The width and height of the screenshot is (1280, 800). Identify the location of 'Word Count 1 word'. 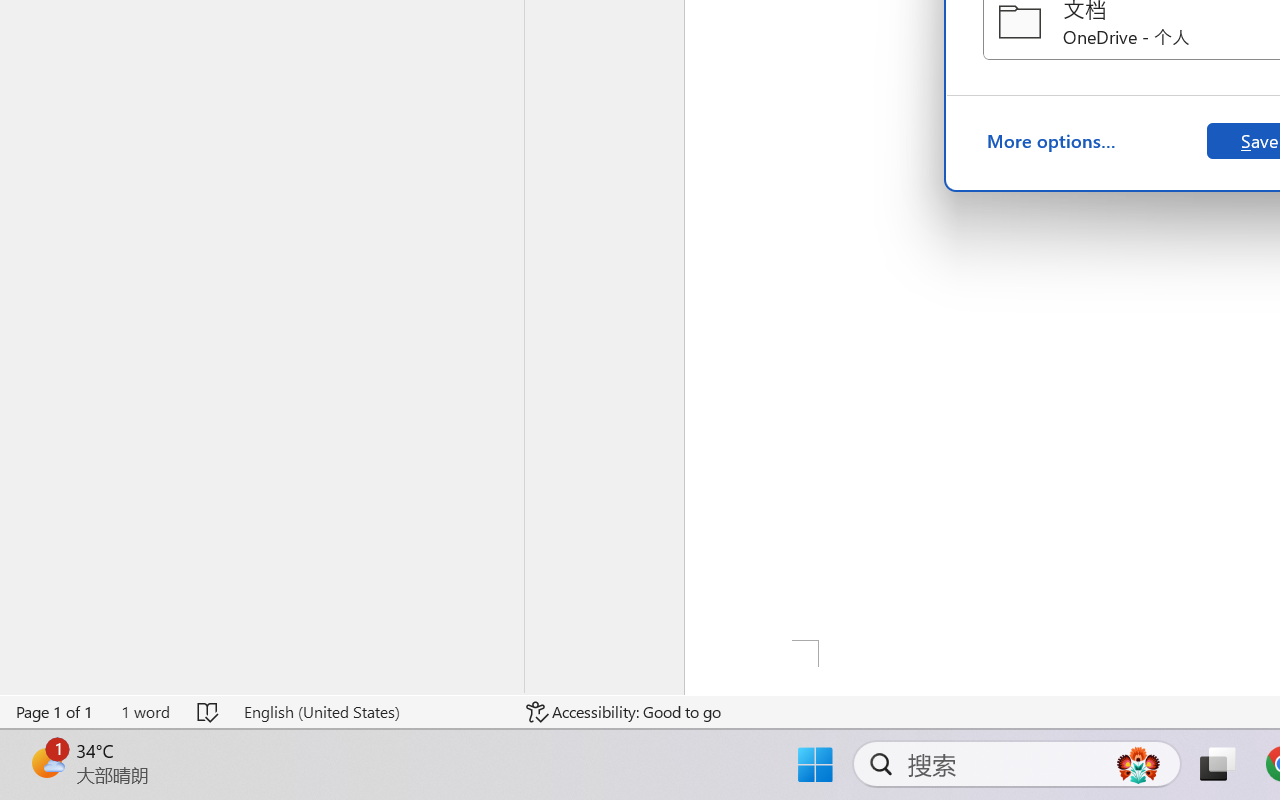
(144, 711).